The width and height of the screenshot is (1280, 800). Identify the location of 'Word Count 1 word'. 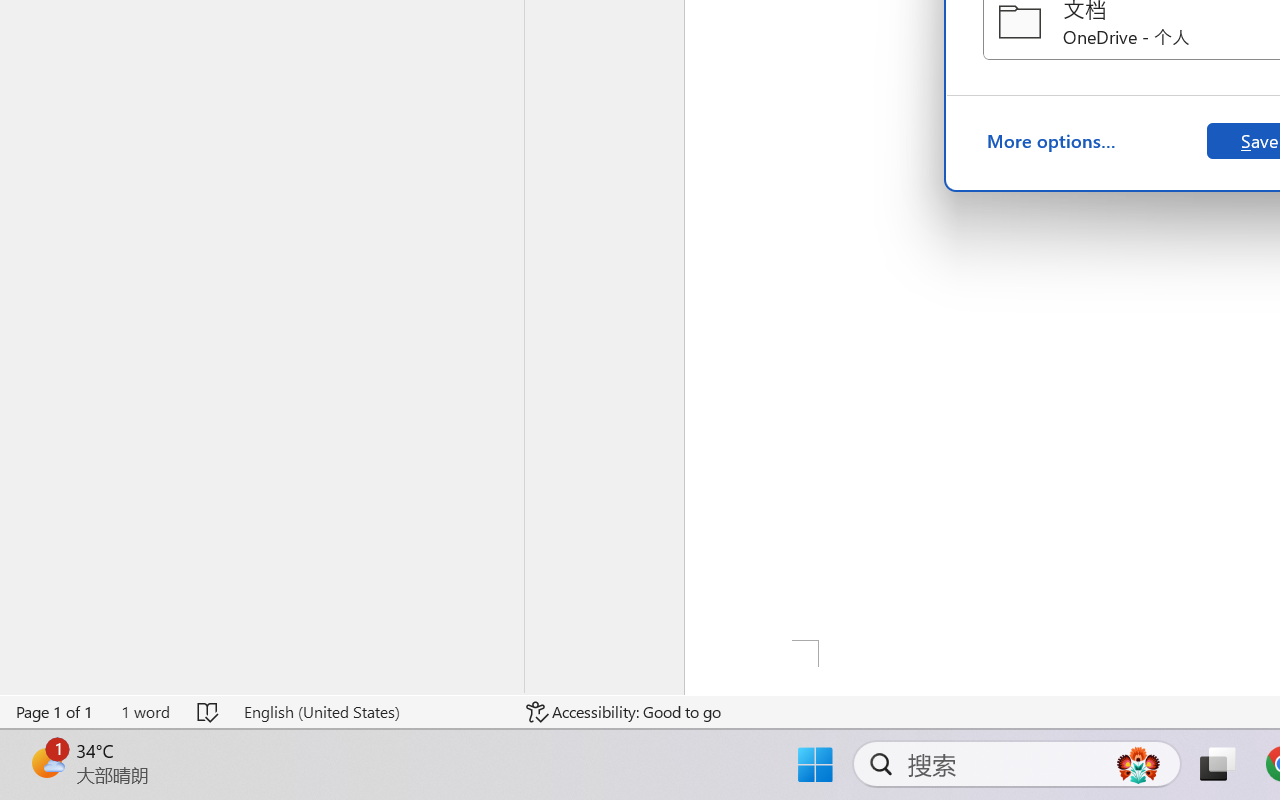
(144, 711).